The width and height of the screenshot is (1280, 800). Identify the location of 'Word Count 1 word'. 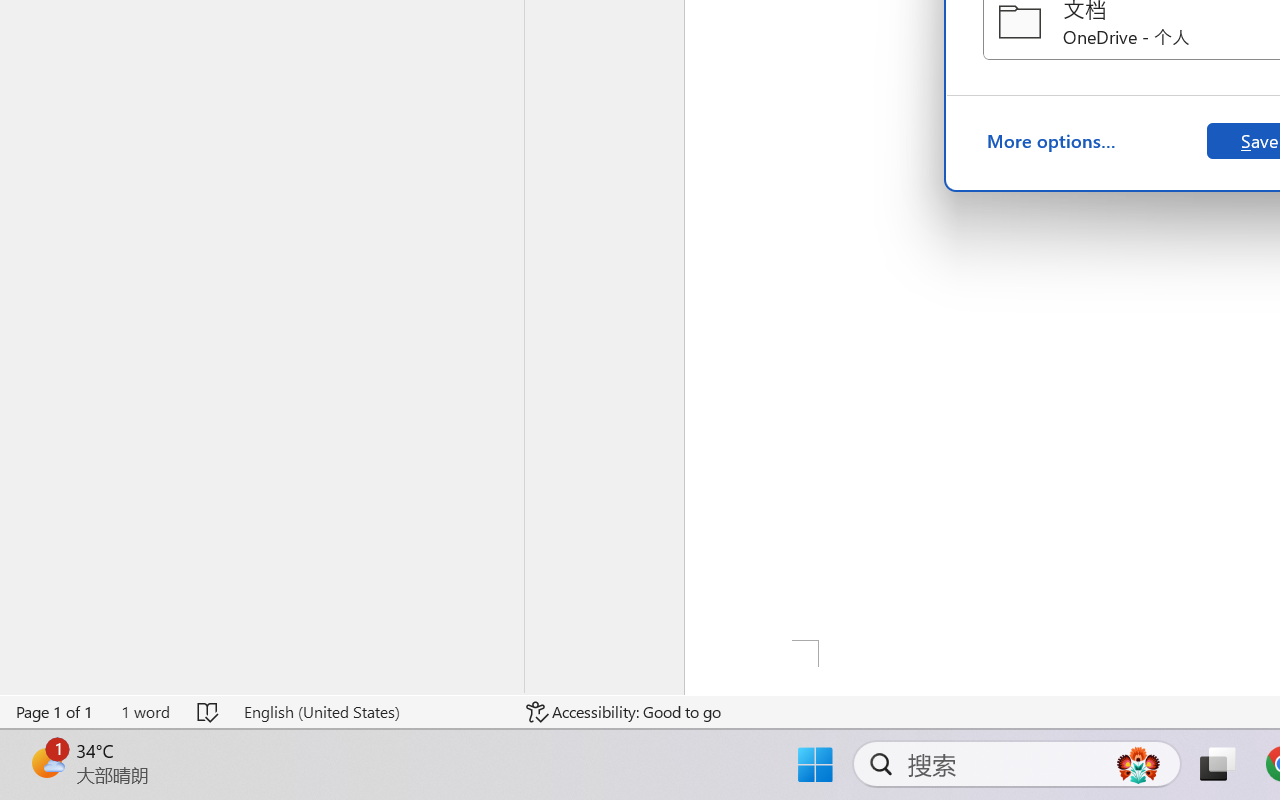
(144, 711).